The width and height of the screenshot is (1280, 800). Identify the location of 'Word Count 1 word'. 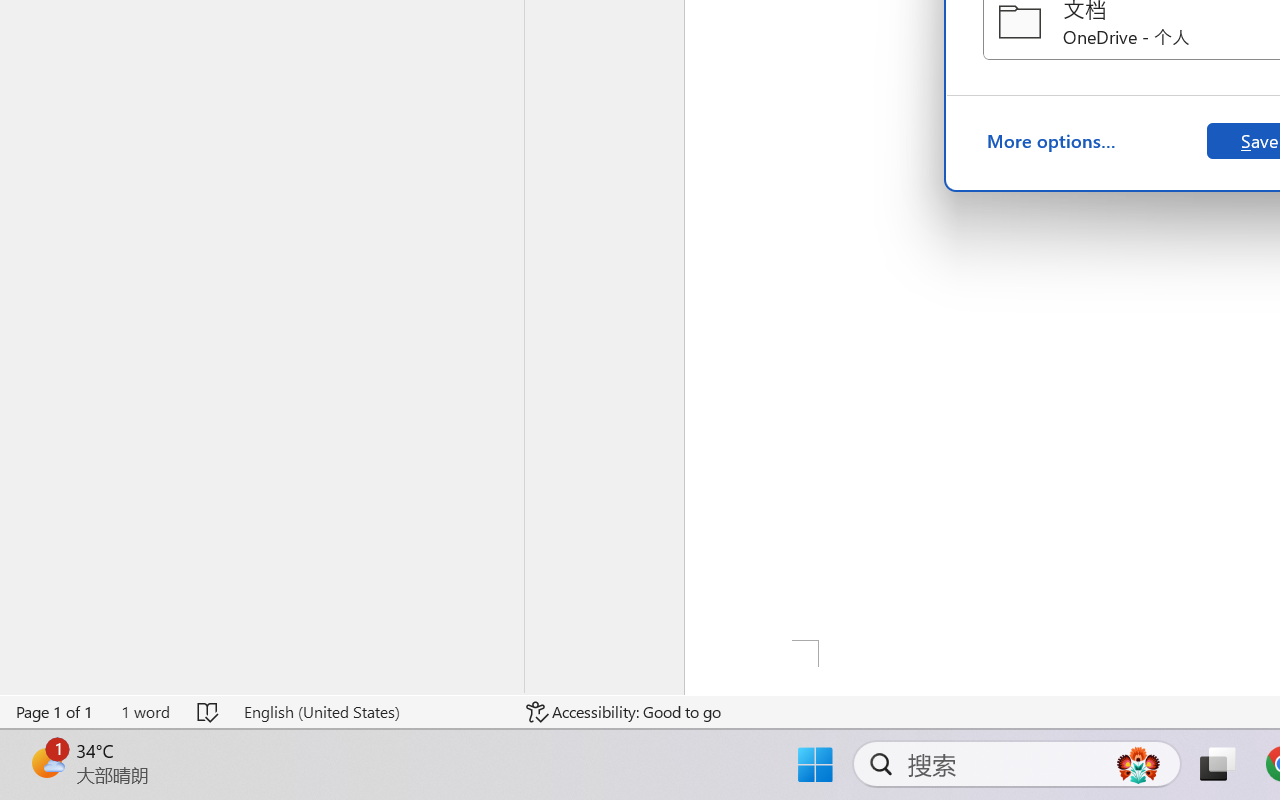
(144, 711).